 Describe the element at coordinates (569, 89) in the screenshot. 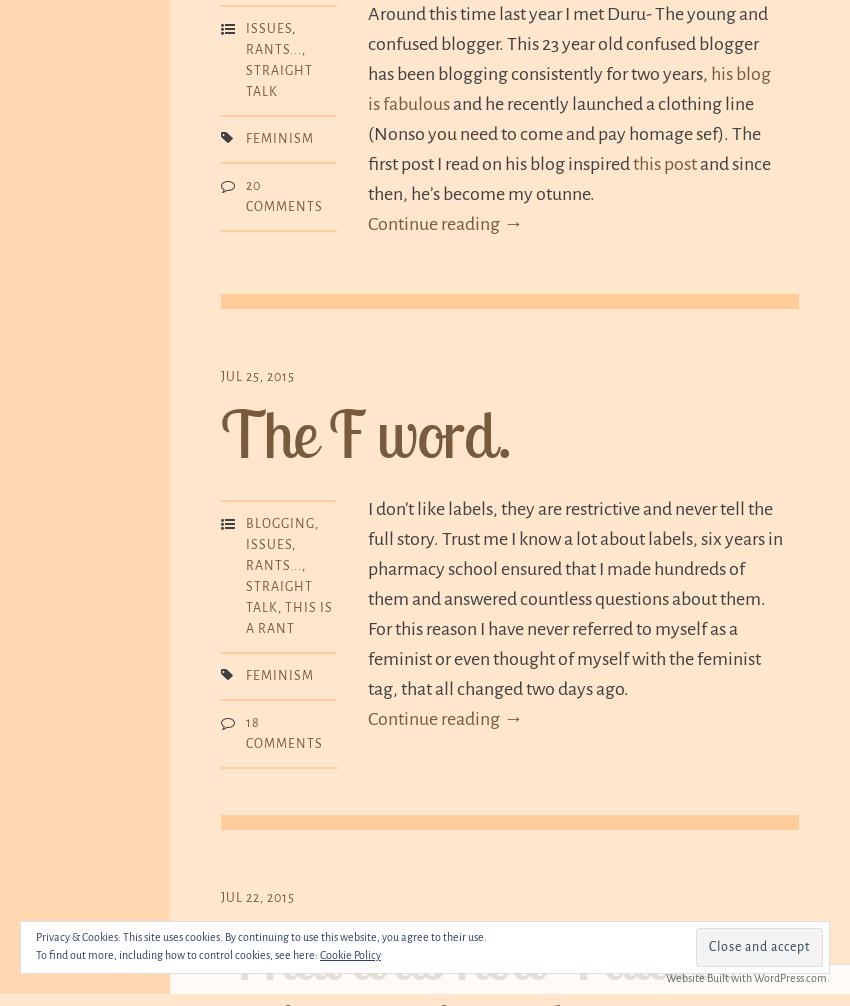

I see `'his blog is fabulous'` at that location.